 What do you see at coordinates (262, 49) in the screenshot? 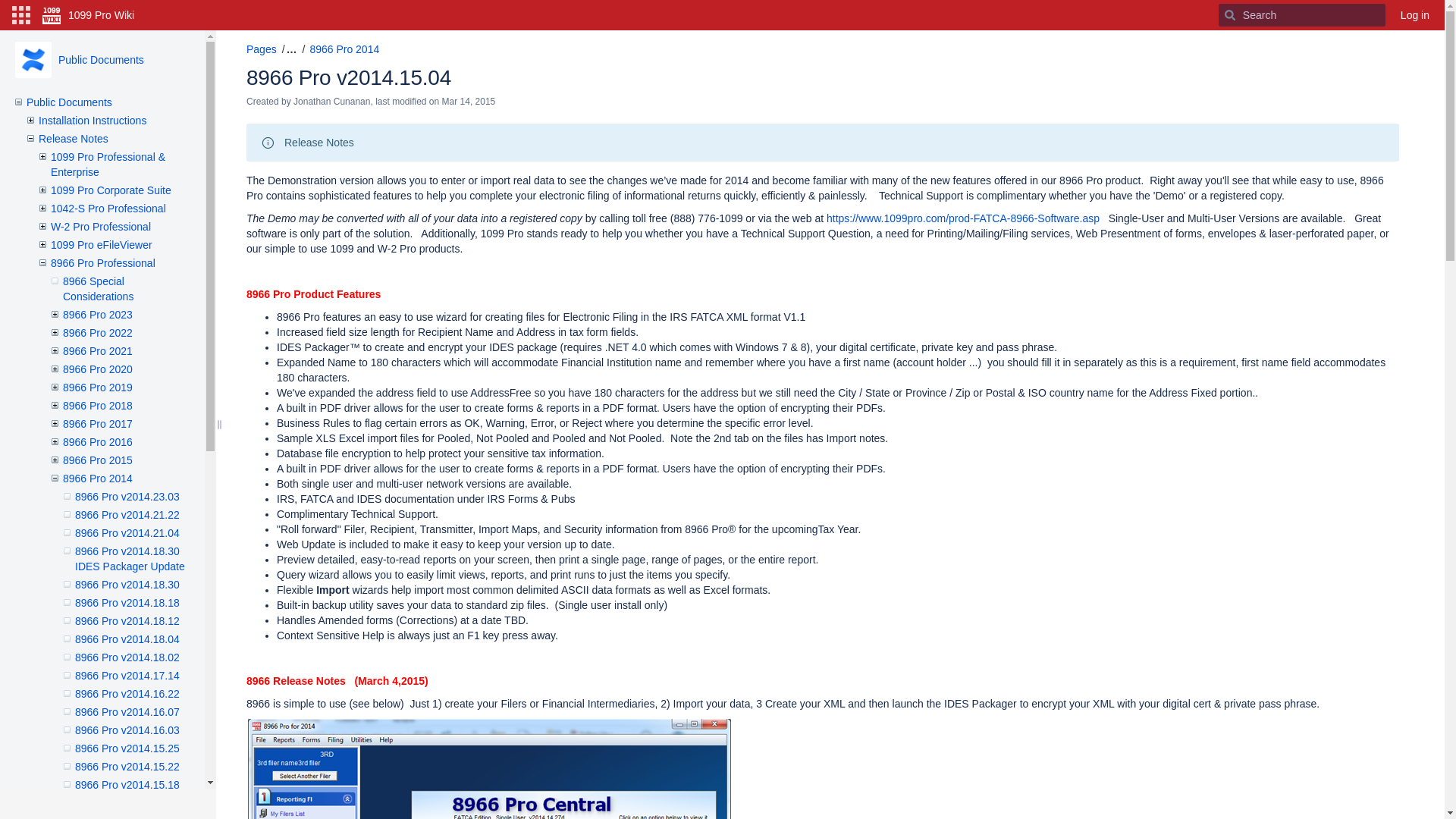
I see `'Pages'` at bounding box center [262, 49].